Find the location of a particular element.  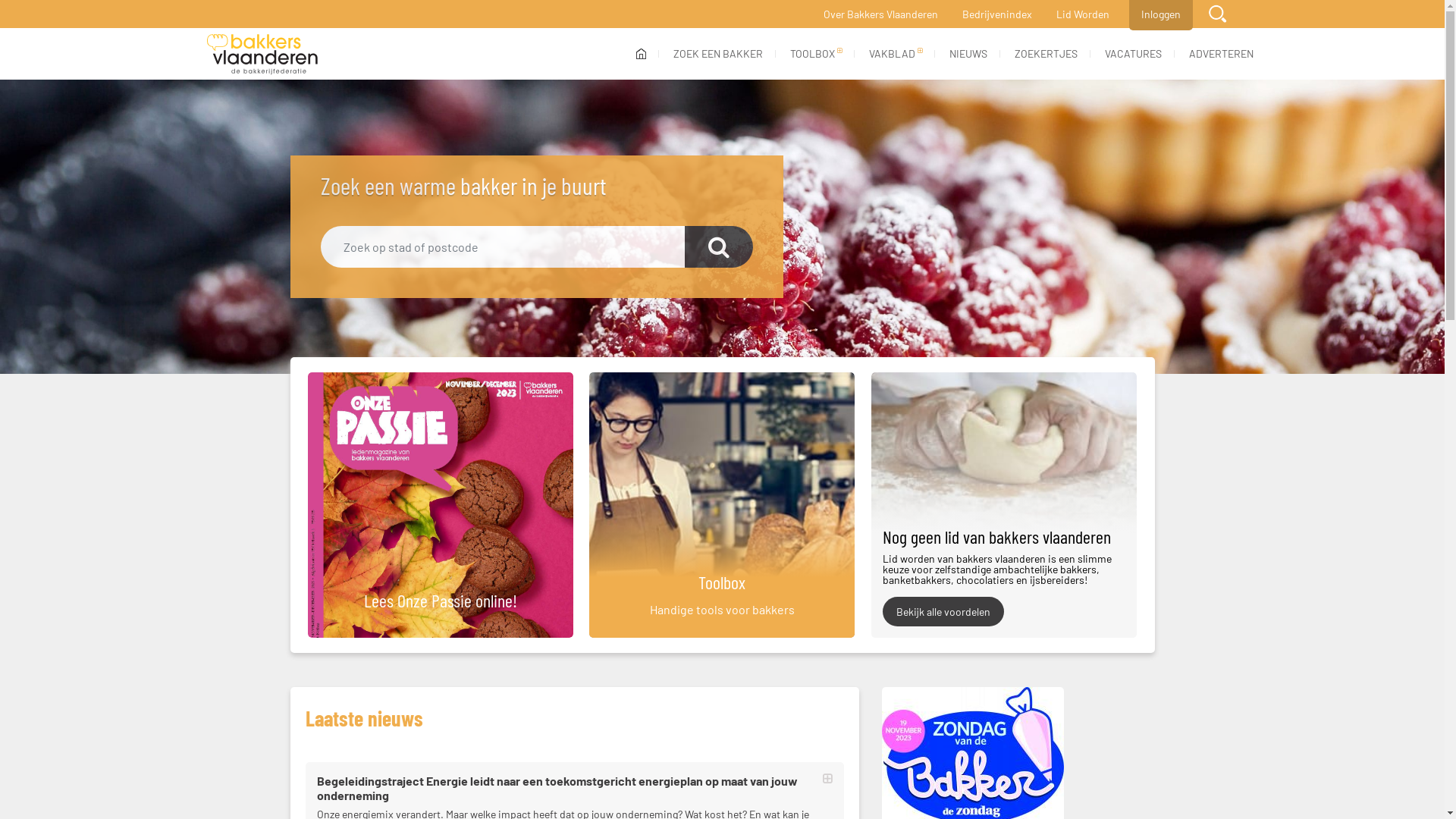

'Lid Worden' is located at coordinates (1081, 14).